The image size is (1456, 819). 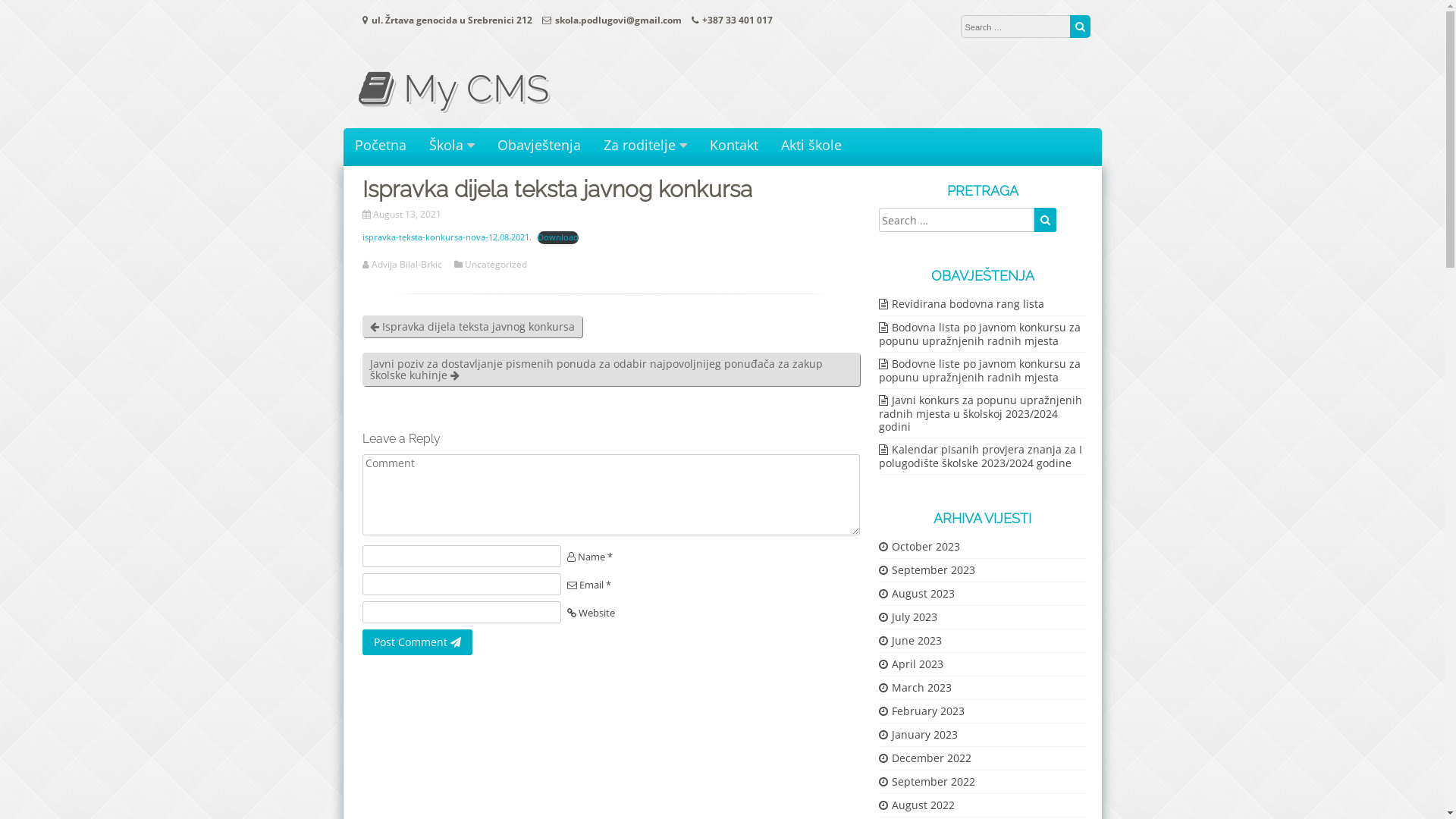 What do you see at coordinates (909, 640) in the screenshot?
I see `'June 2023'` at bounding box center [909, 640].